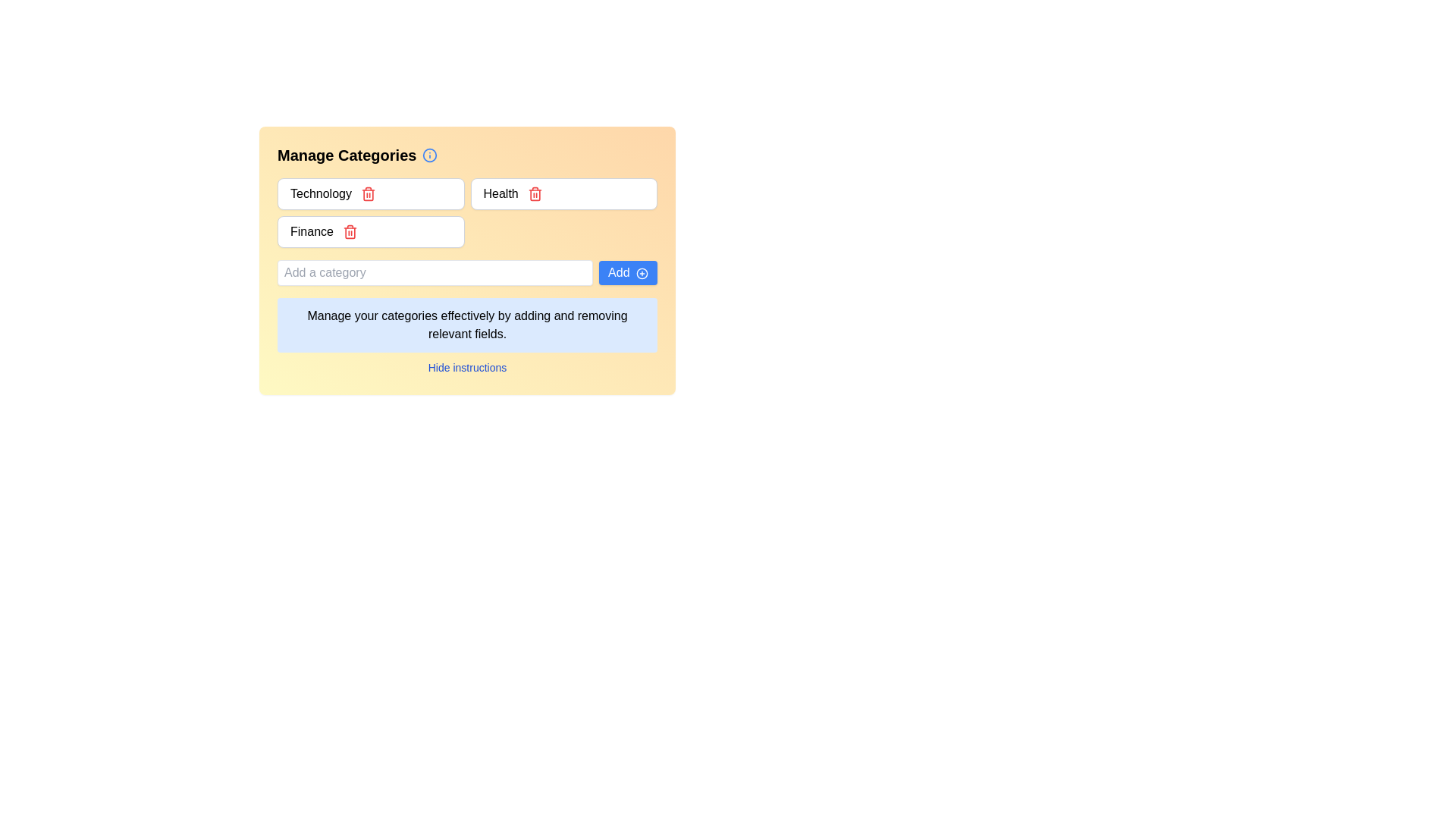 The width and height of the screenshot is (1456, 819). Describe the element at coordinates (535, 194) in the screenshot. I see `the trash icon in the category management section, which signifies a delete action adjacent to the 'Health' label` at that location.